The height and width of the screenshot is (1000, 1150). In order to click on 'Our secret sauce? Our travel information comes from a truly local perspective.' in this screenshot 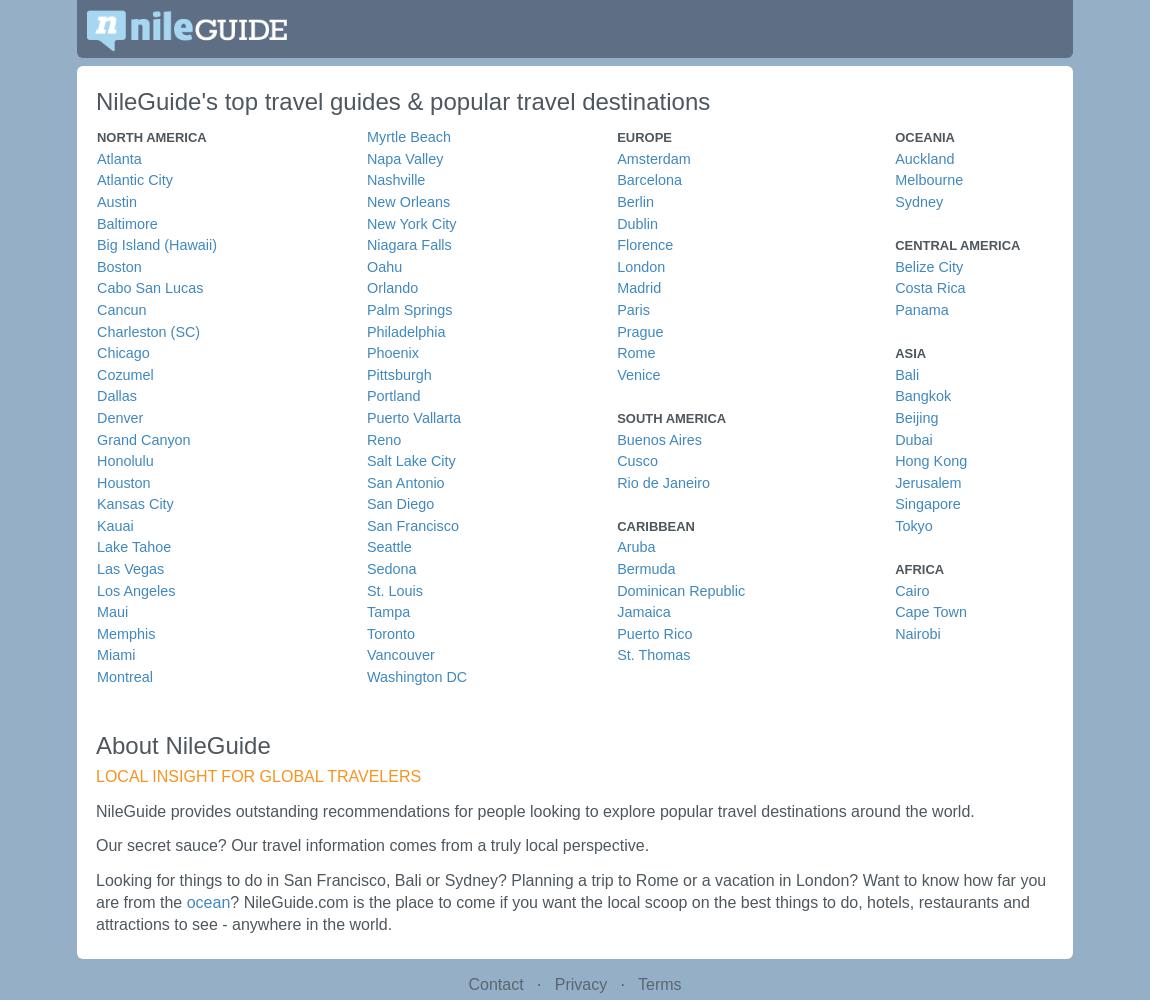, I will do `click(372, 844)`.